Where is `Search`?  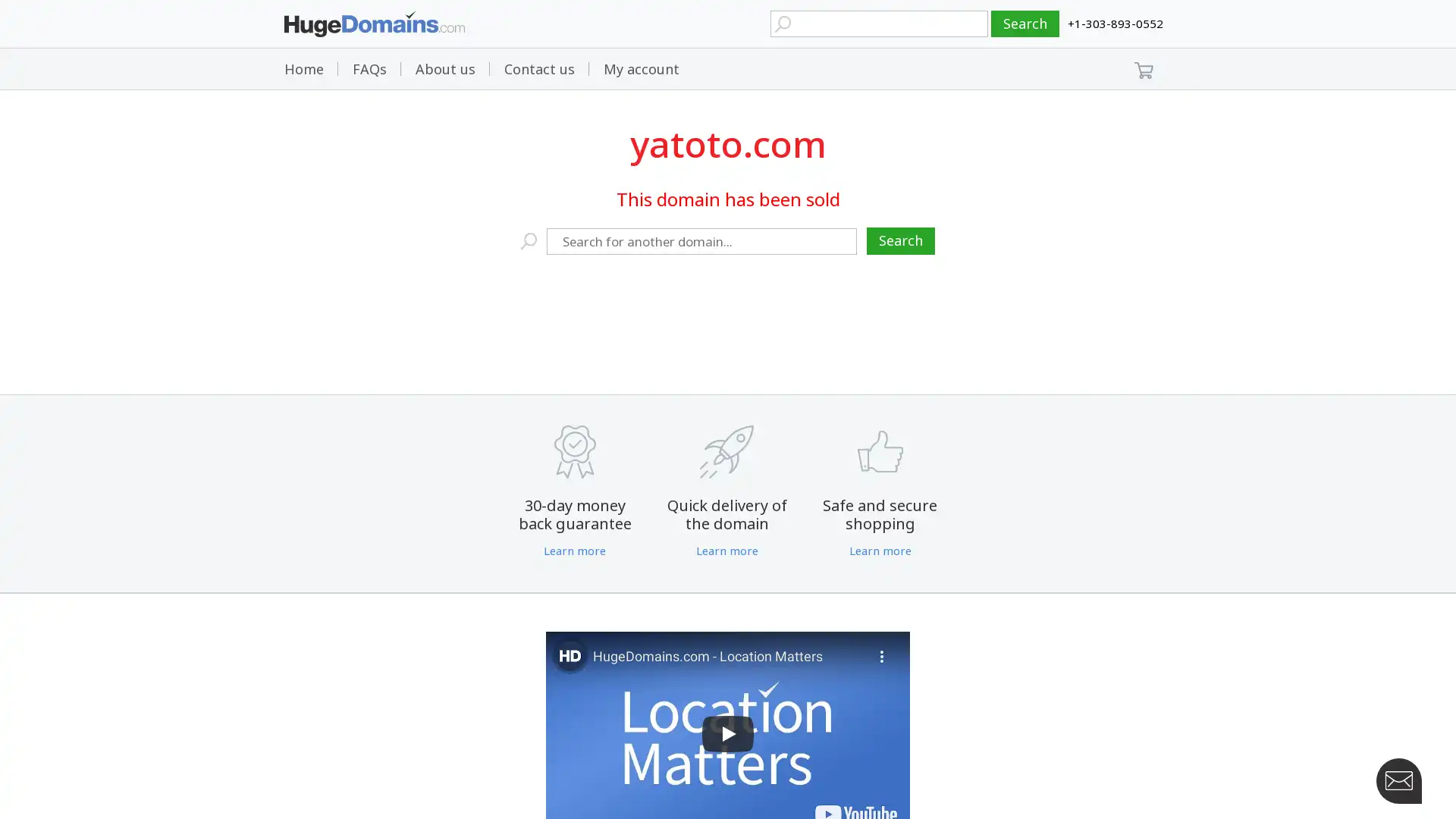 Search is located at coordinates (901, 240).